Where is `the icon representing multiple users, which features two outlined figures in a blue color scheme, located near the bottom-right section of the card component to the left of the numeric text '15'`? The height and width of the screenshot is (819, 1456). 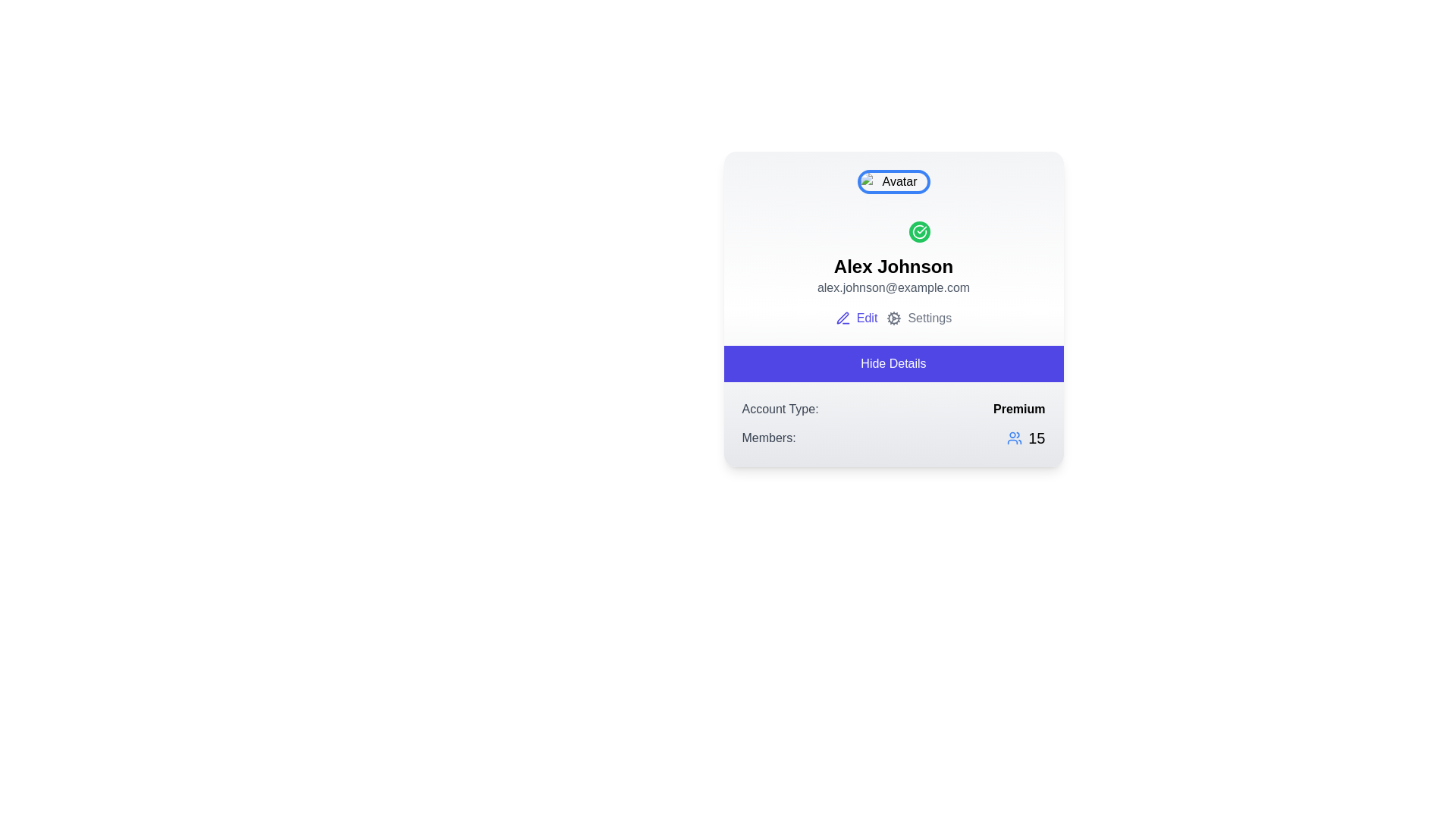
the icon representing multiple users, which features two outlined figures in a blue color scheme, located near the bottom-right section of the card component to the left of the numeric text '15' is located at coordinates (1015, 438).